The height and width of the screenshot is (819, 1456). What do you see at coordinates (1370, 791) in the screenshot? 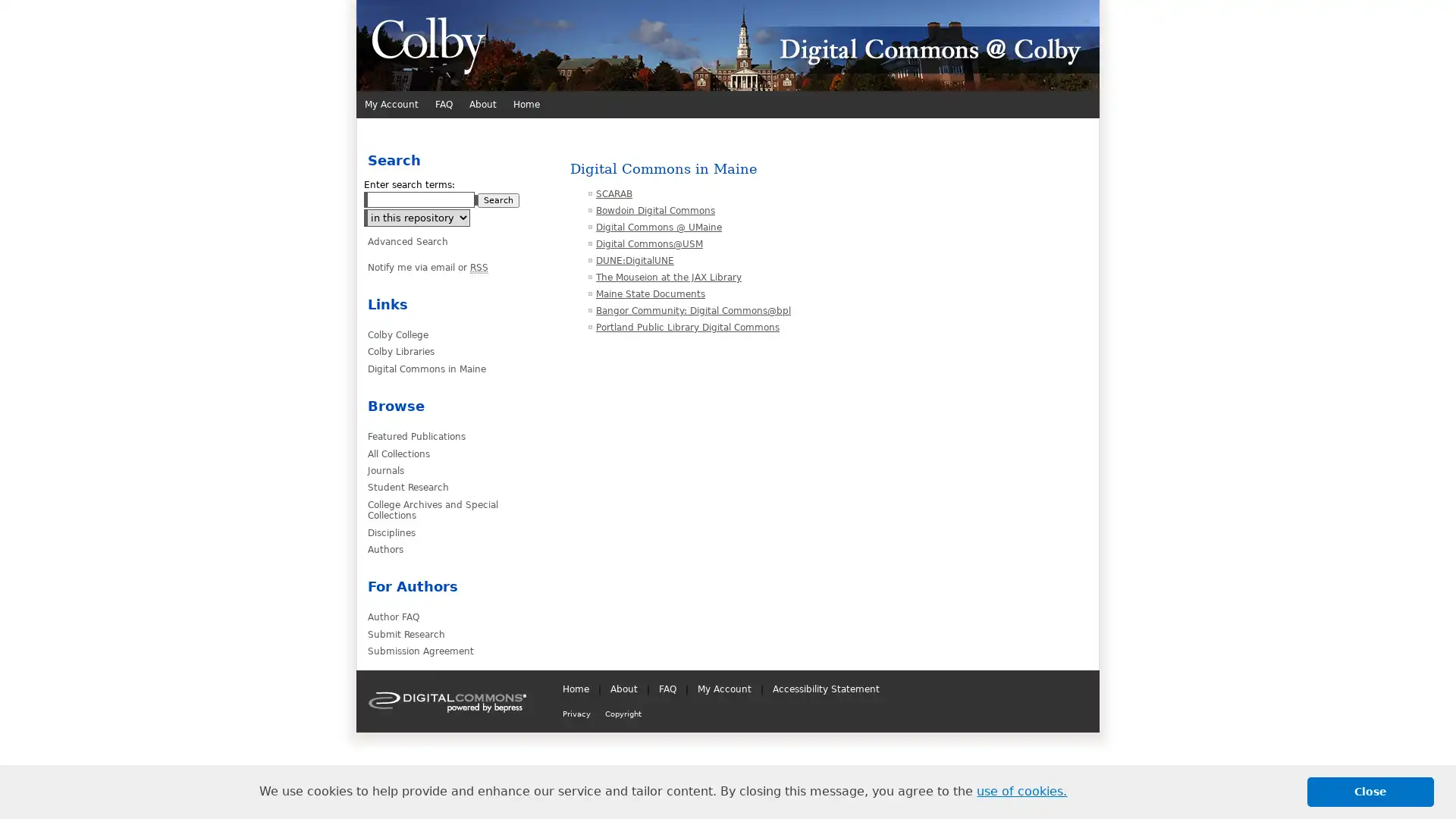
I see `dismiss cookie message` at bounding box center [1370, 791].